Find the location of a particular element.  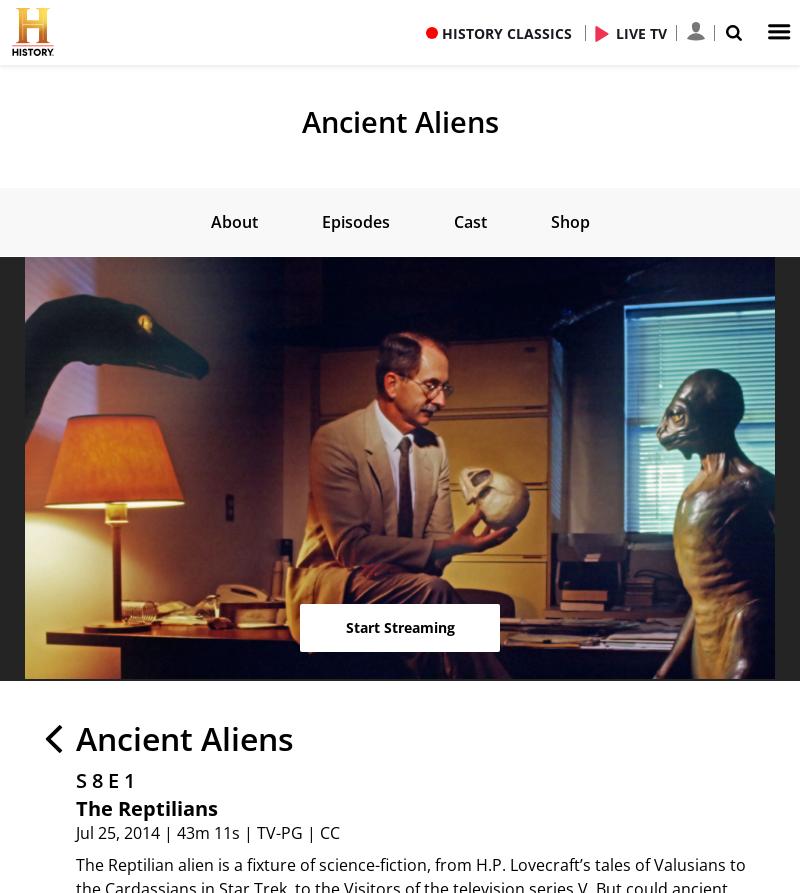

'S 8' is located at coordinates (89, 778).